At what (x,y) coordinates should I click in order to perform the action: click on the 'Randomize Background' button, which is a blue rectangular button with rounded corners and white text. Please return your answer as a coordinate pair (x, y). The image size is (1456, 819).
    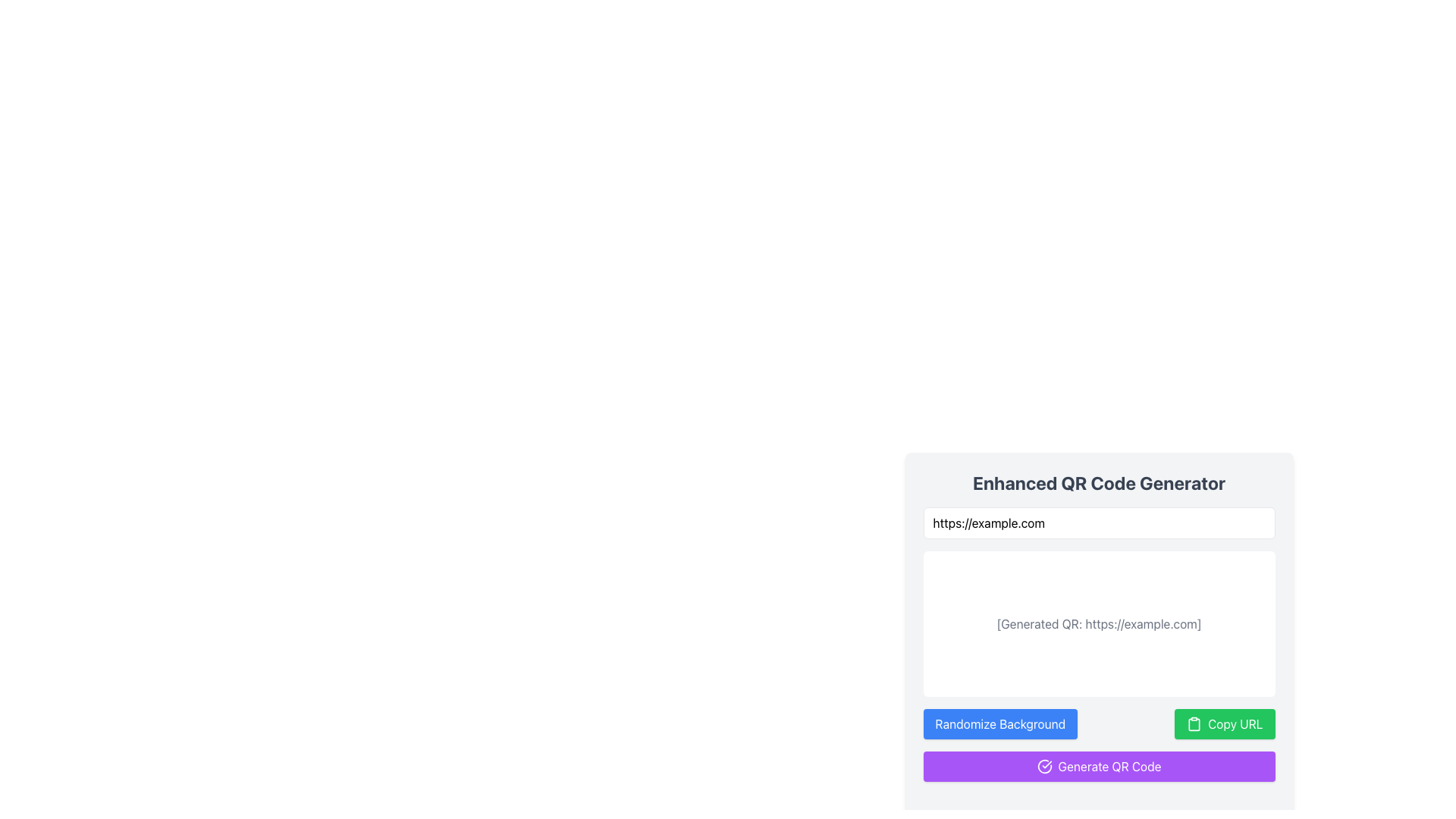
    Looking at the image, I should click on (1000, 723).